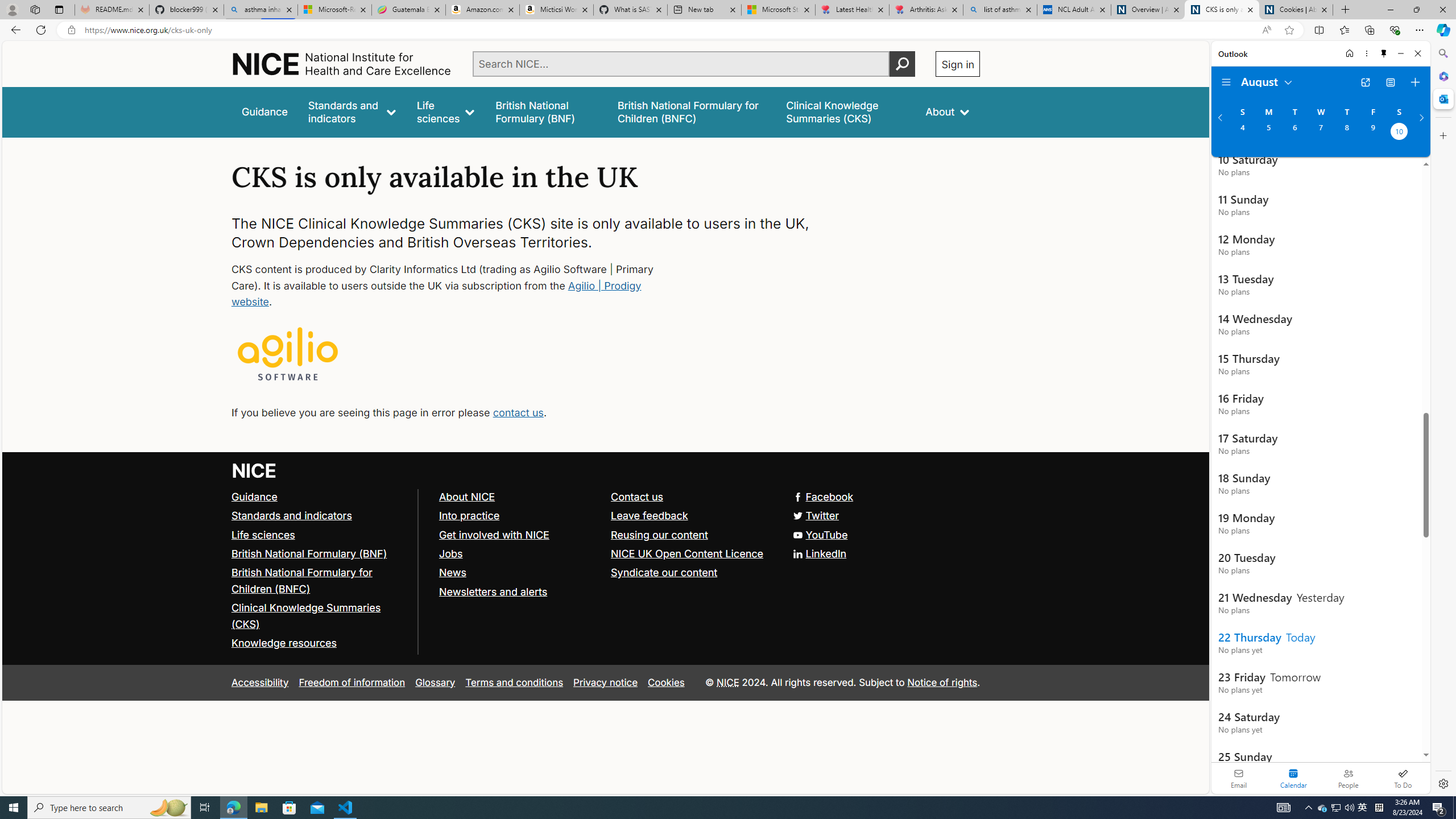 The image size is (1456, 819). I want to click on 'Cookies | About | NICE', so click(1296, 9).